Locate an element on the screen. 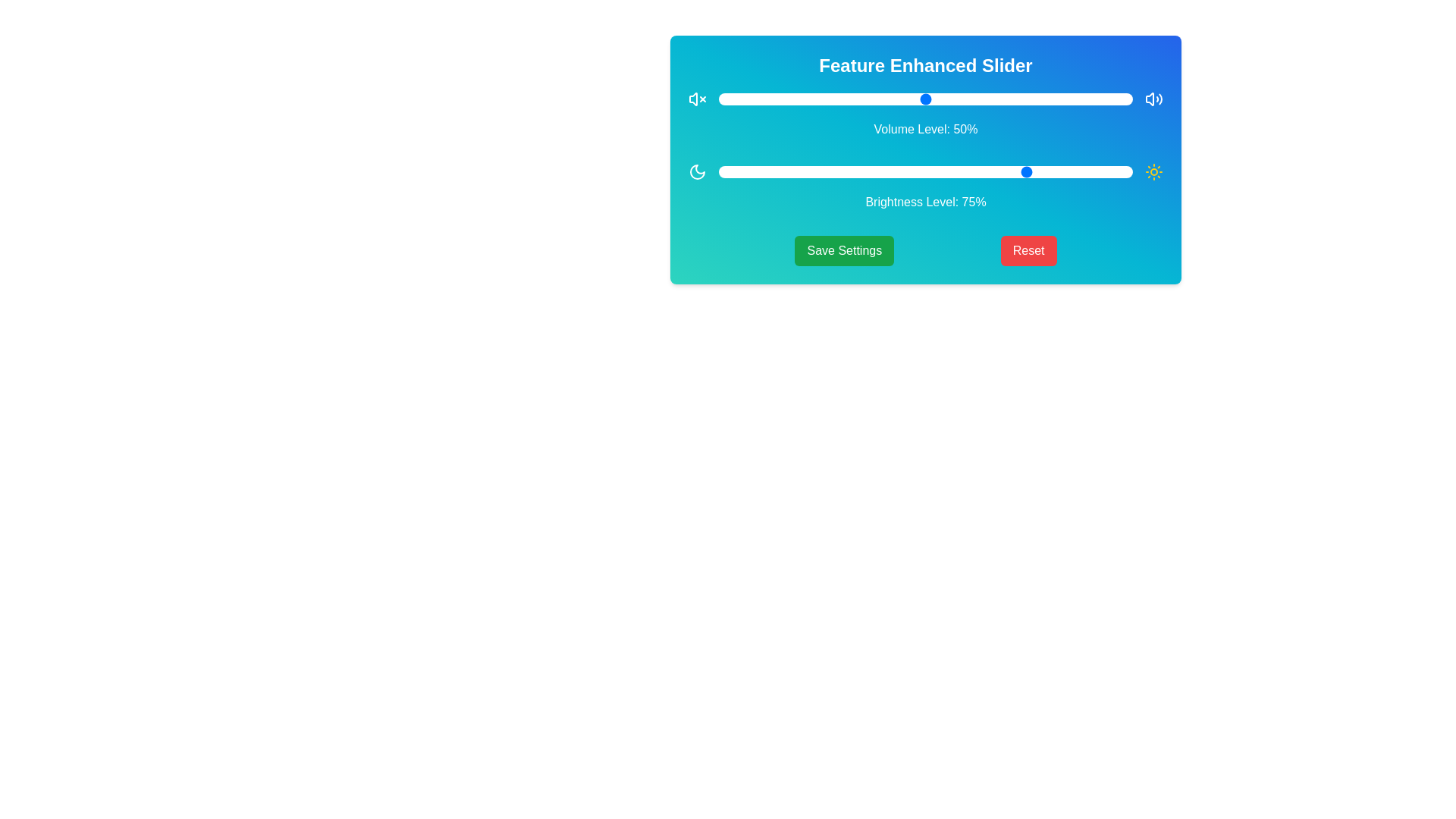 This screenshot has width=1456, height=819. the track of the Range slider located below the 'Volume Level' slider to adjust the brightness level, which is indicated by the 'Brightness Level: 75%' label is located at coordinates (924, 171).